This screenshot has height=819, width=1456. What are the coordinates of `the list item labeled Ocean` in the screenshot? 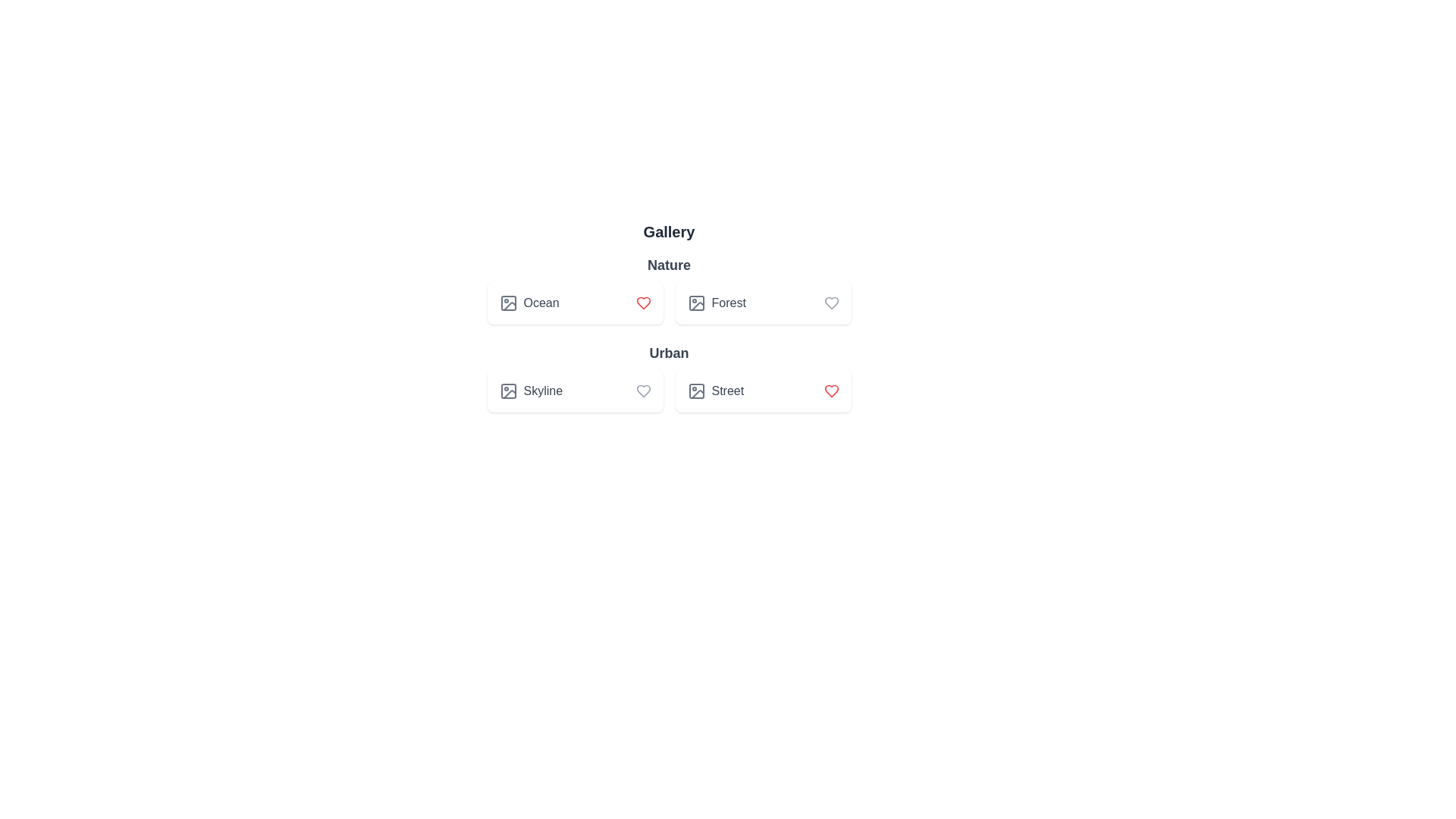 It's located at (574, 303).